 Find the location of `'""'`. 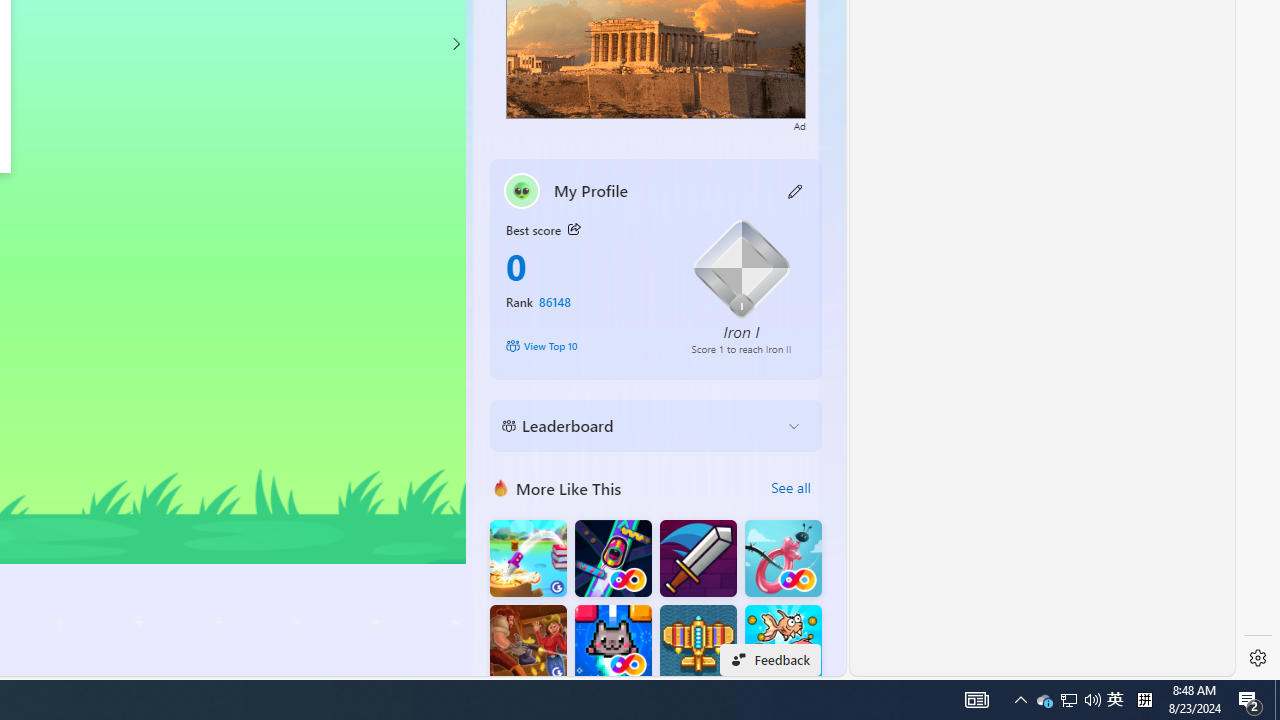

'""' is located at coordinates (522, 190).